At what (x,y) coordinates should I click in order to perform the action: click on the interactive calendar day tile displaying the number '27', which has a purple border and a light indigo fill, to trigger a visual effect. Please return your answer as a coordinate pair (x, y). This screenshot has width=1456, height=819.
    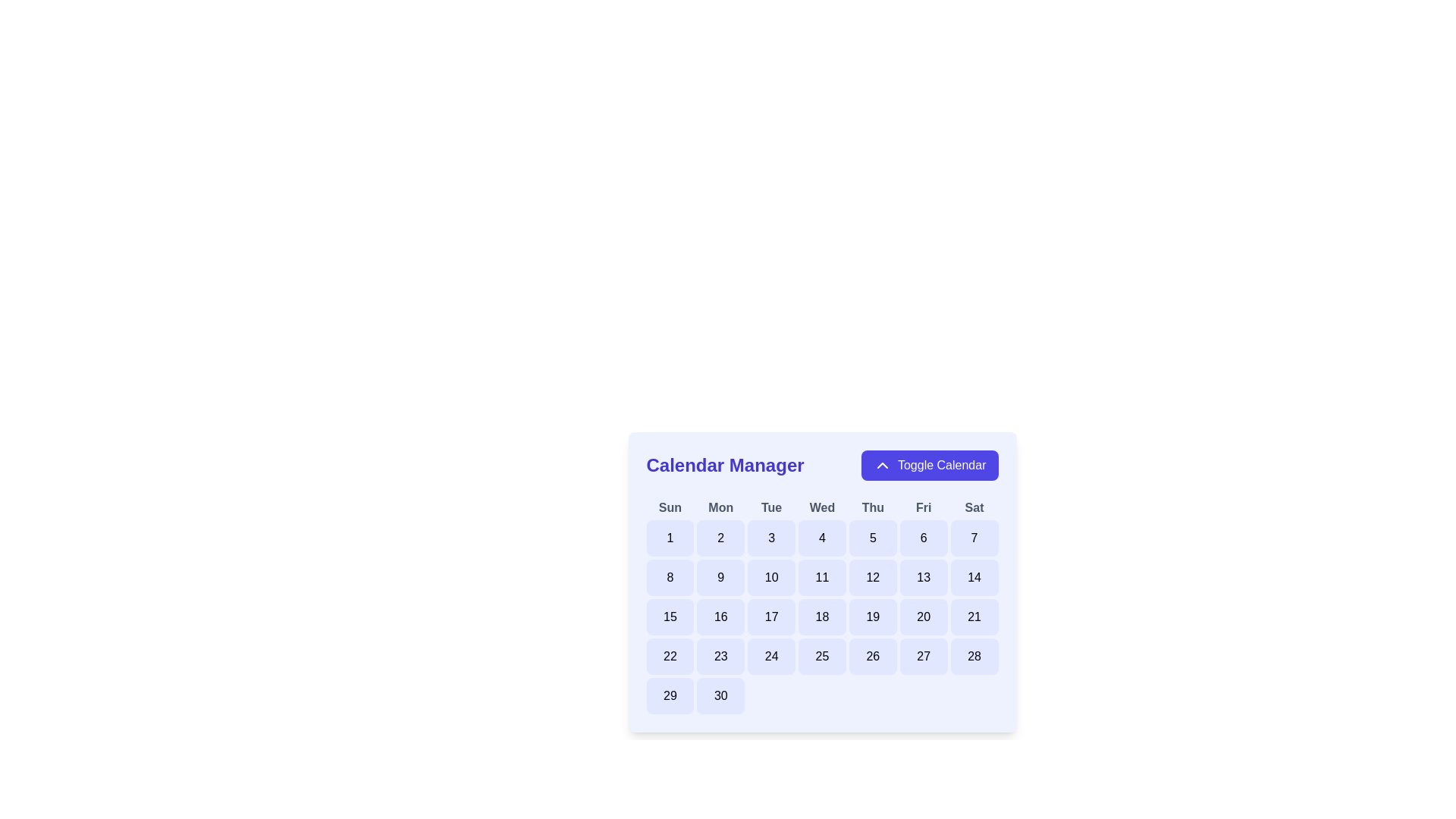
    Looking at the image, I should click on (923, 656).